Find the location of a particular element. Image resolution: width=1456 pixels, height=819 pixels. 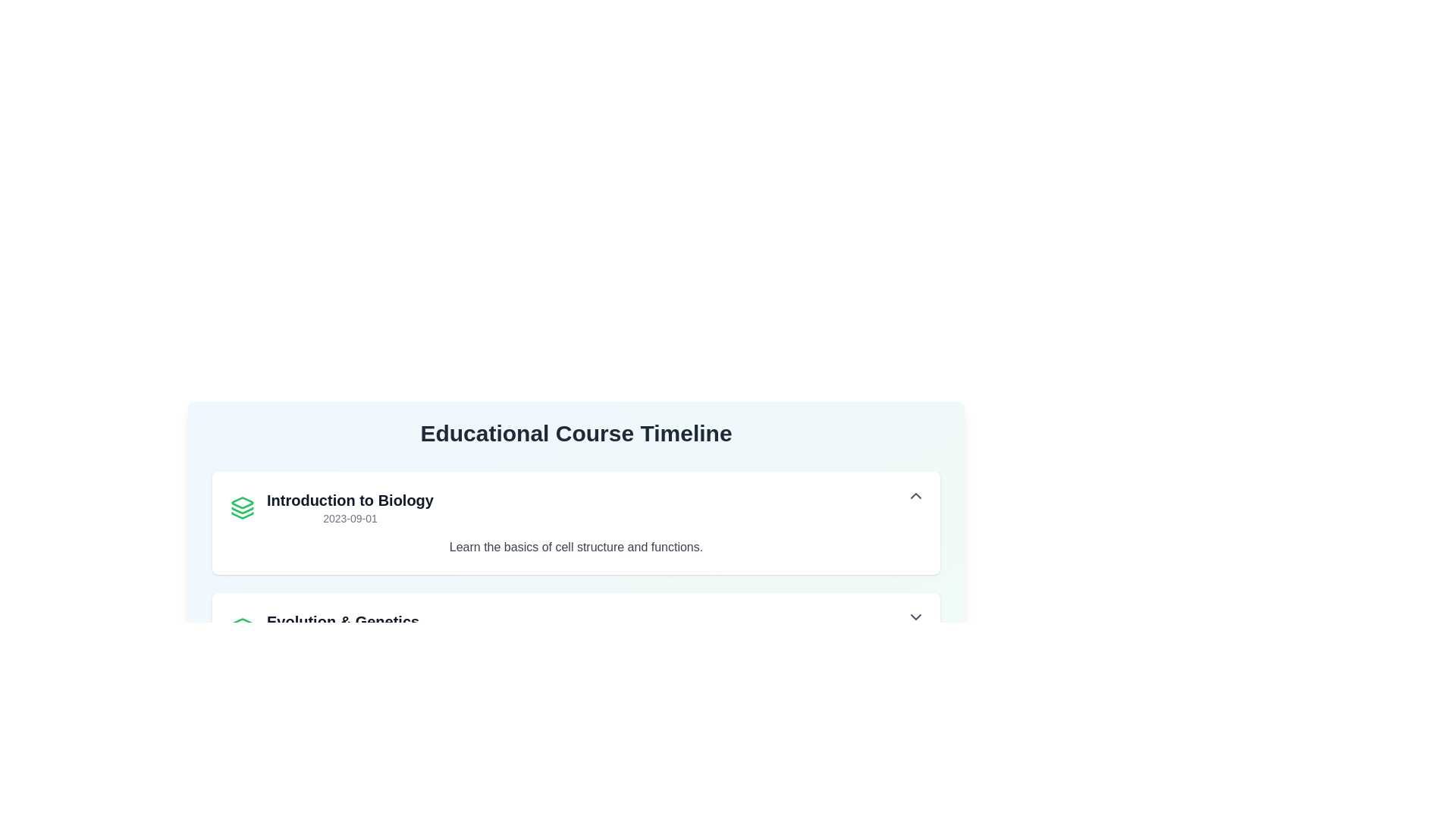

the text label indicating the date associated with the 'Introduction to Biology' course, located beneath the course title in the 'Educational Course Timeline' is located at coordinates (349, 517).